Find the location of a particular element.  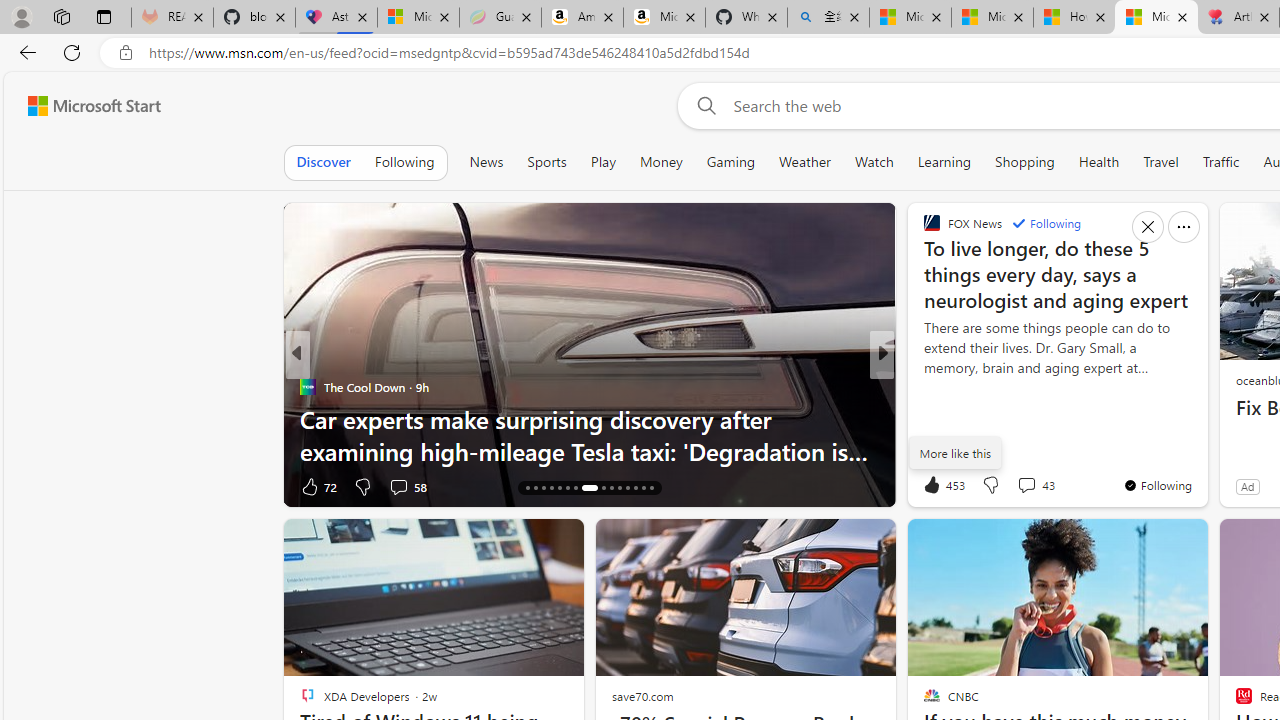

'View comments 197 Comment' is located at coordinates (1032, 486).